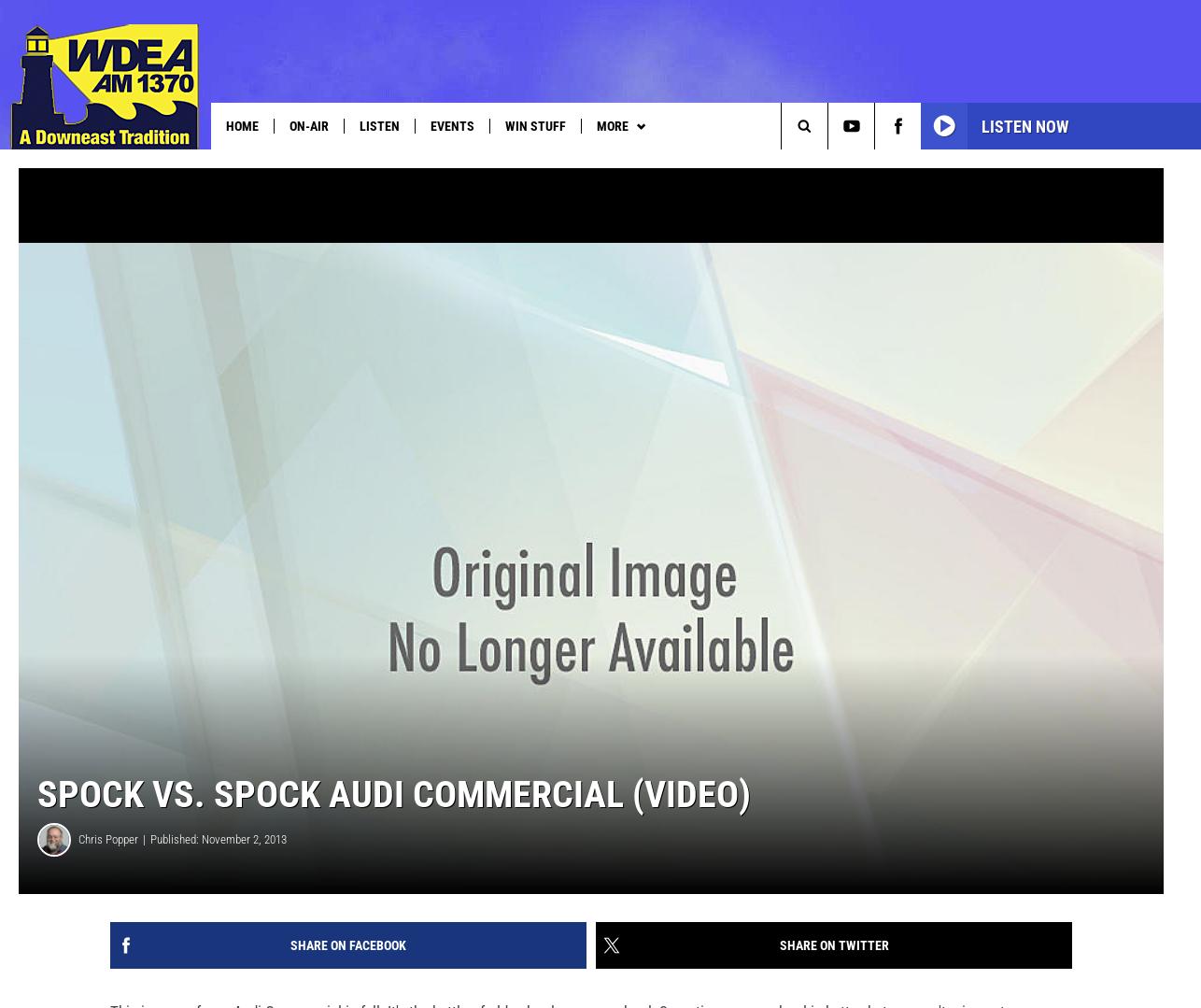 This screenshot has width=1201, height=1008. I want to click on 'Home', so click(226, 124).